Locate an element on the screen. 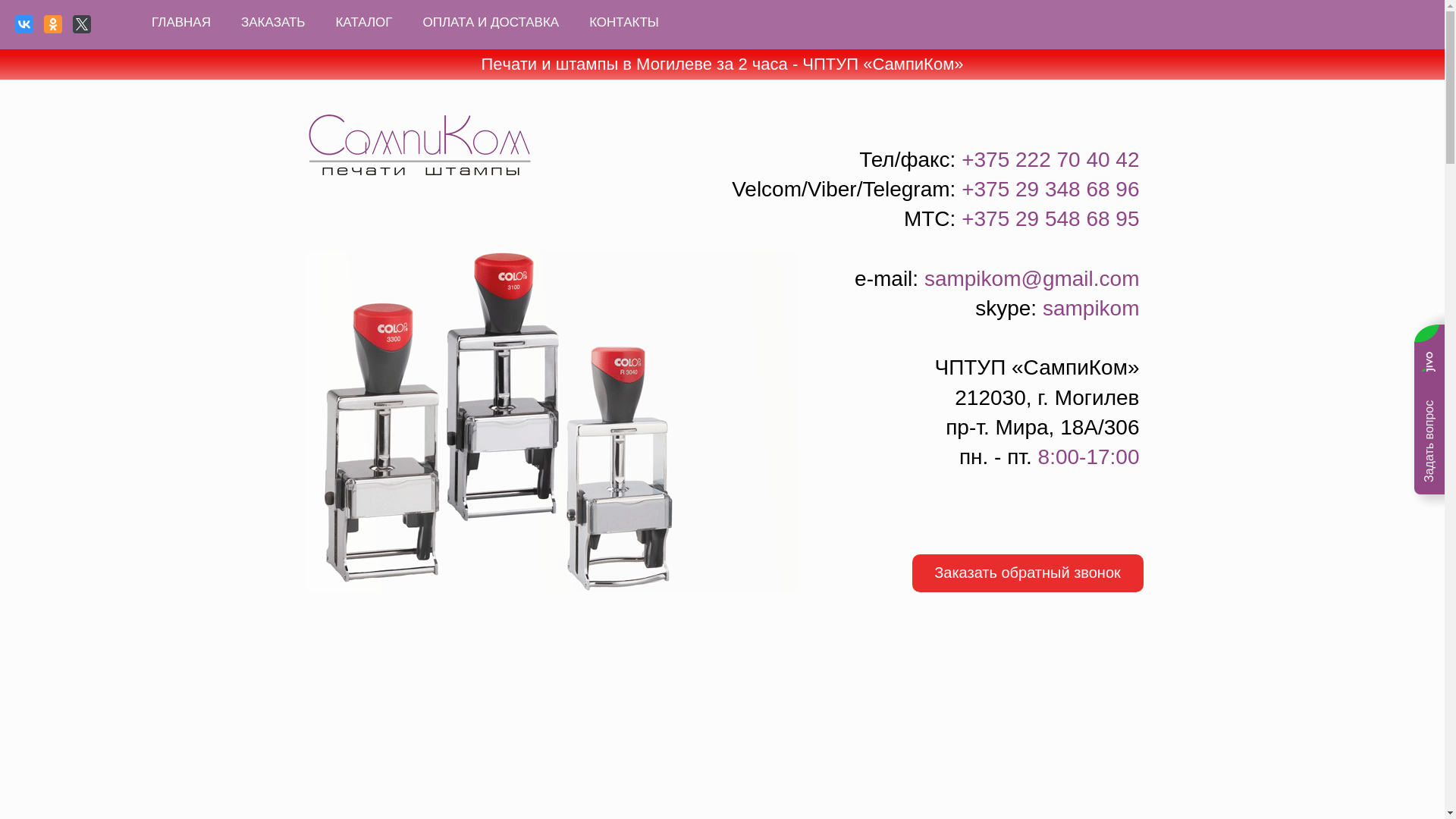 The image size is (1456, 819). '+375 222 70 40 42' is located at coordinates (1050, 159).